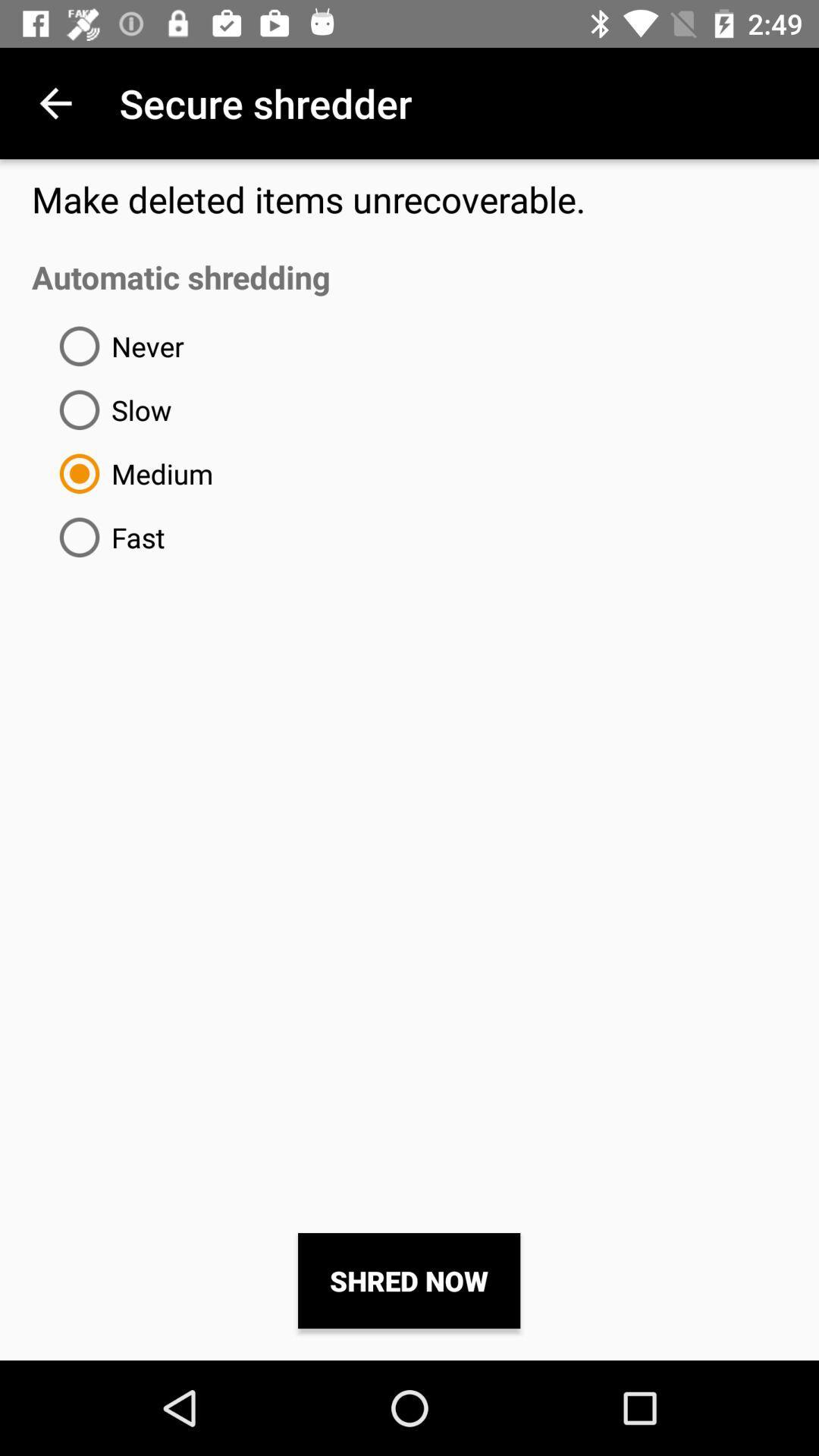  I want to click on the item below the automatic shredding item, so click(115, 345).